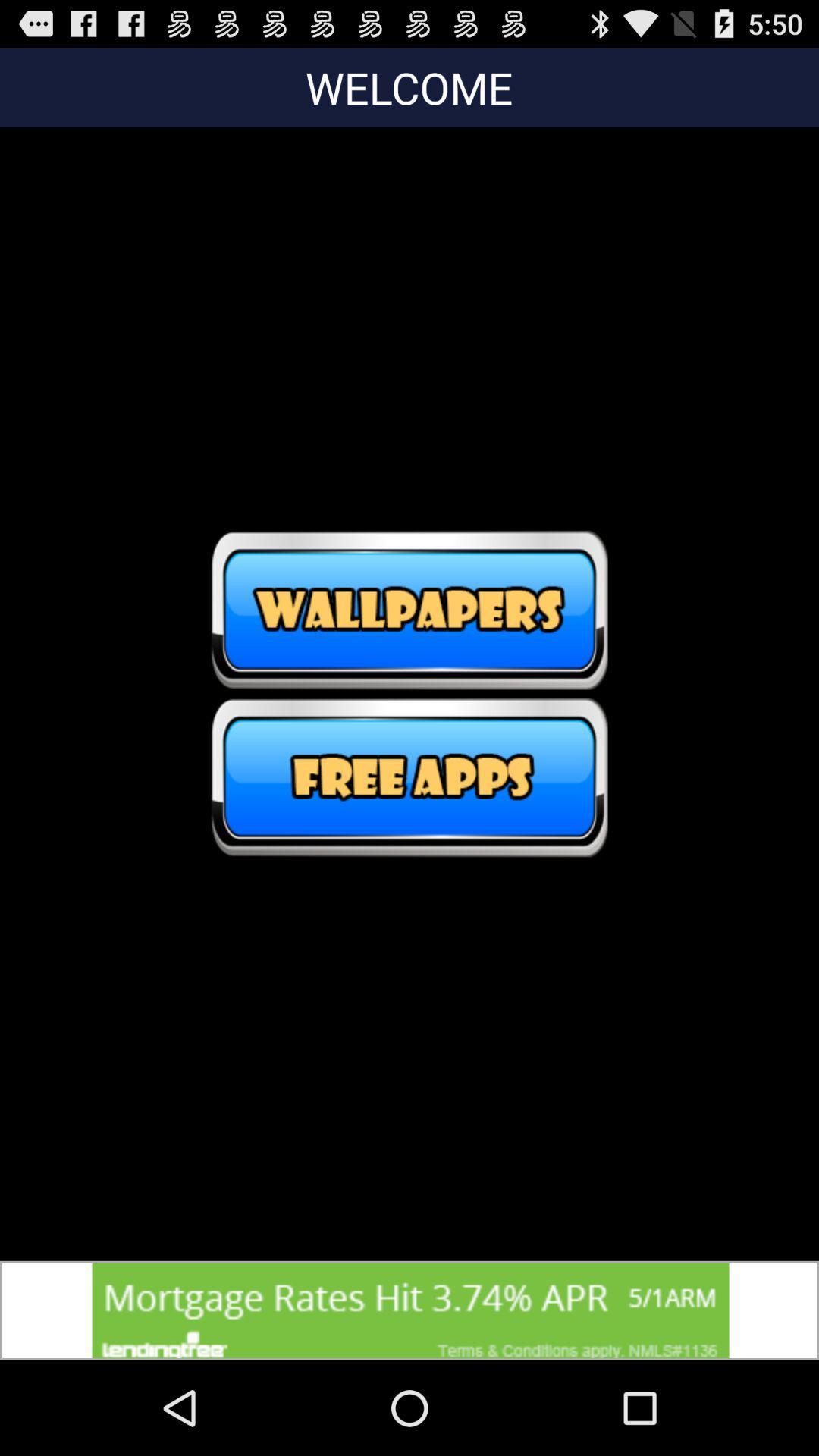 This screenshot has width=819, height=1456. I want to click on advertisement bar, so click(409, 1310).